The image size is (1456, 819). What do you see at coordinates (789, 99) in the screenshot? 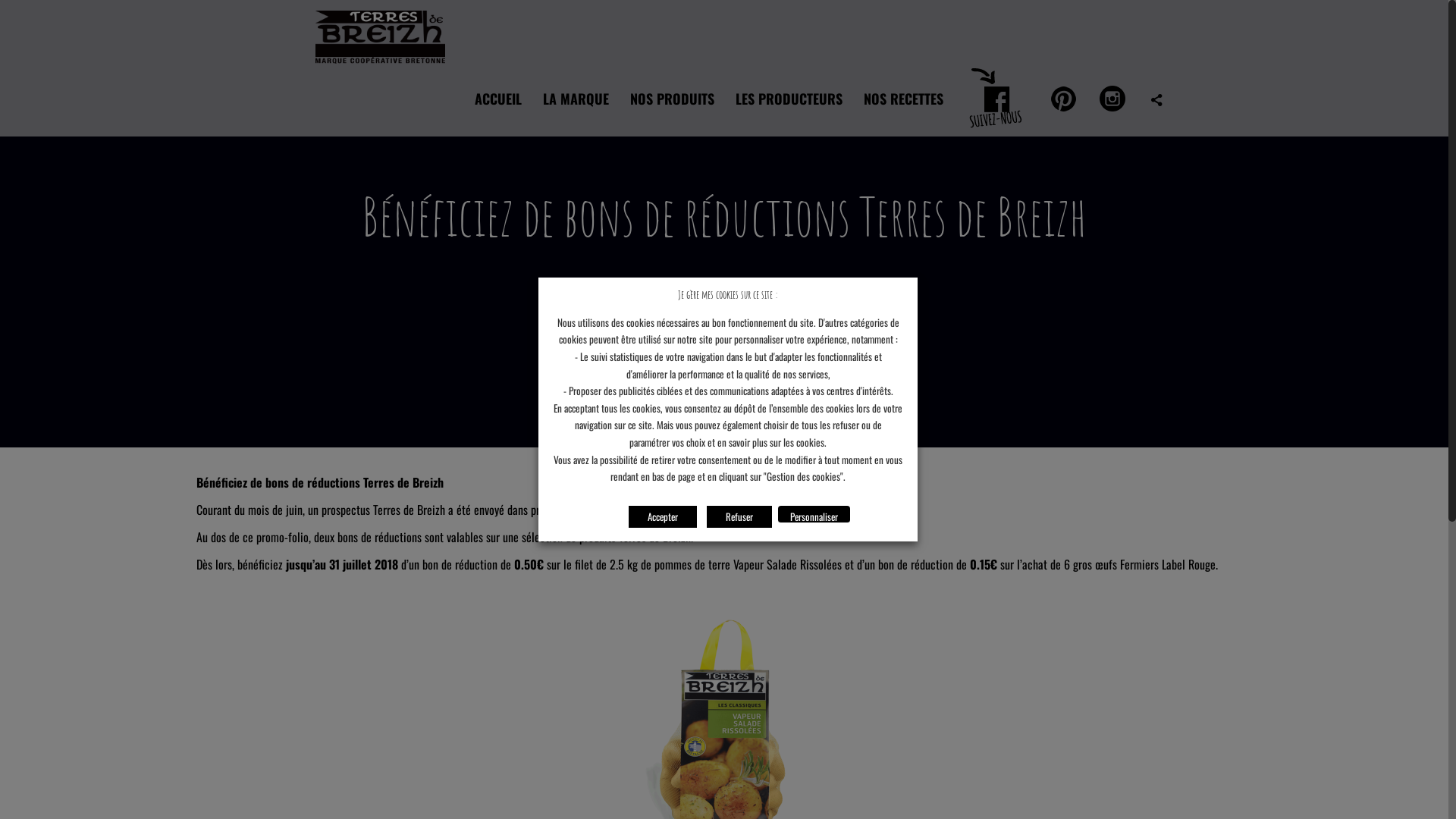
I see `'LES PRODUCTEURS'` at bounding box center [789, 99].